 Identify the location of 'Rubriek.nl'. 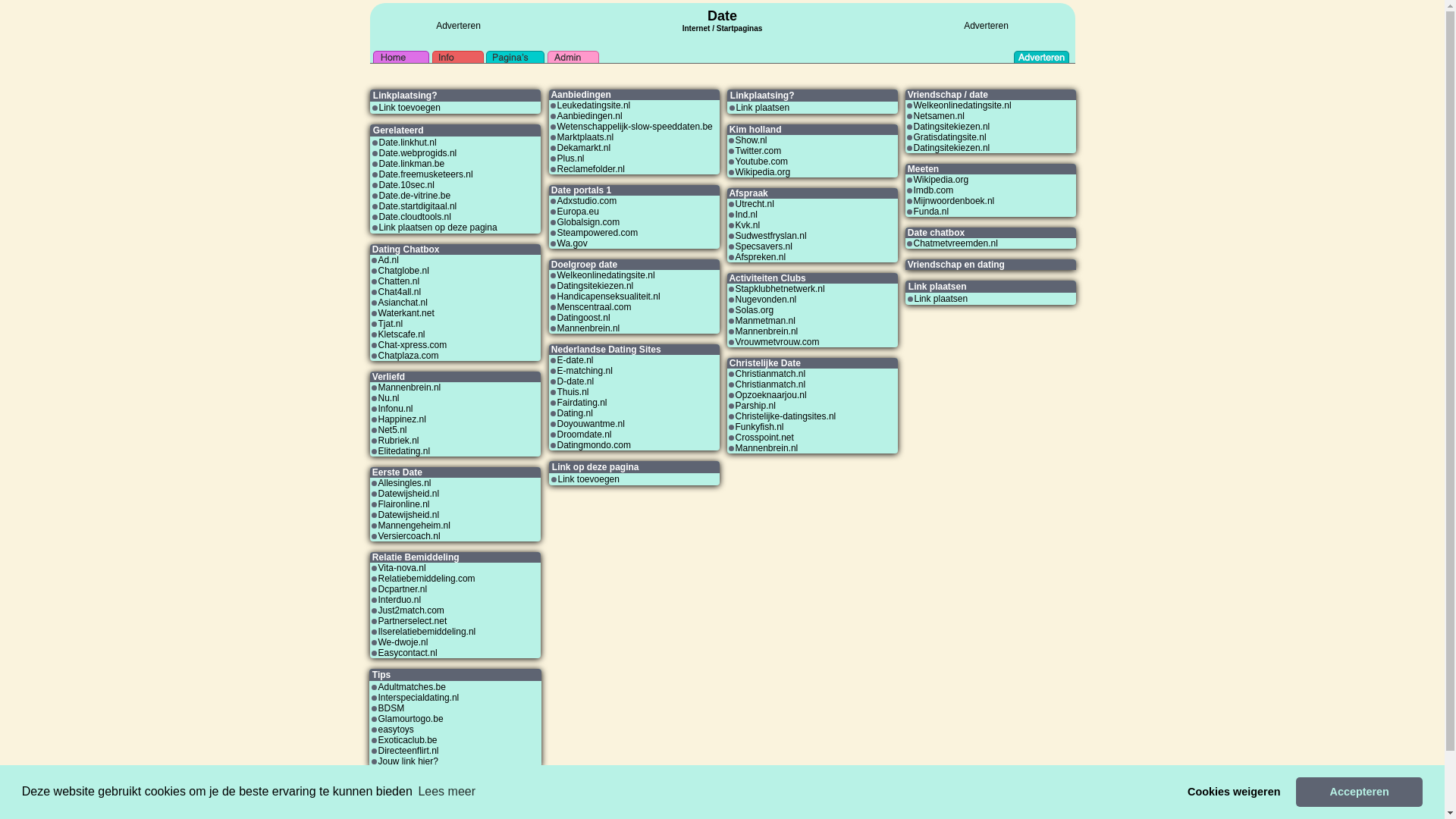
(397, 441).